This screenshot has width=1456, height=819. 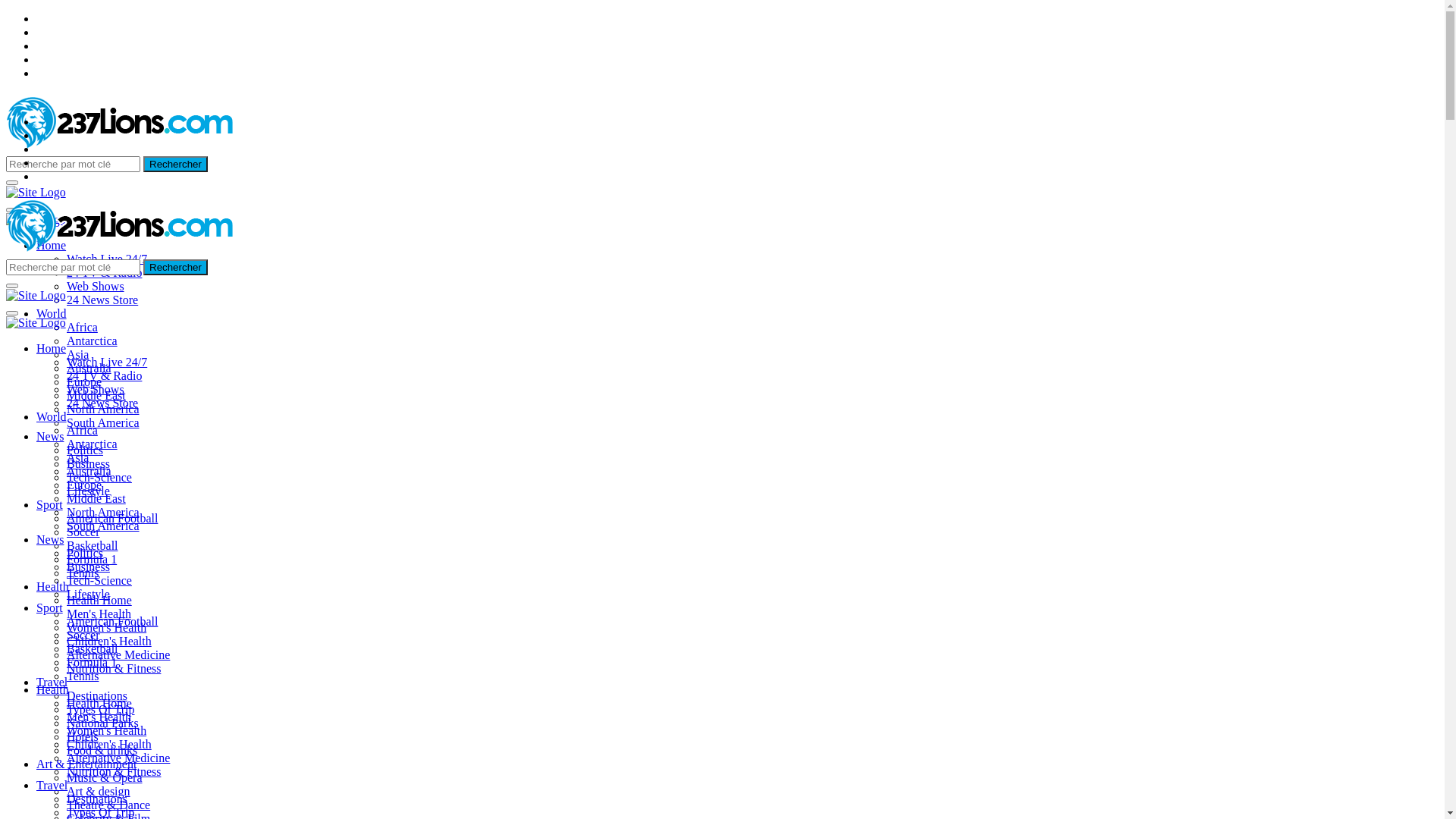 I want to click on 'Middle East', so click(x=65, y=394).